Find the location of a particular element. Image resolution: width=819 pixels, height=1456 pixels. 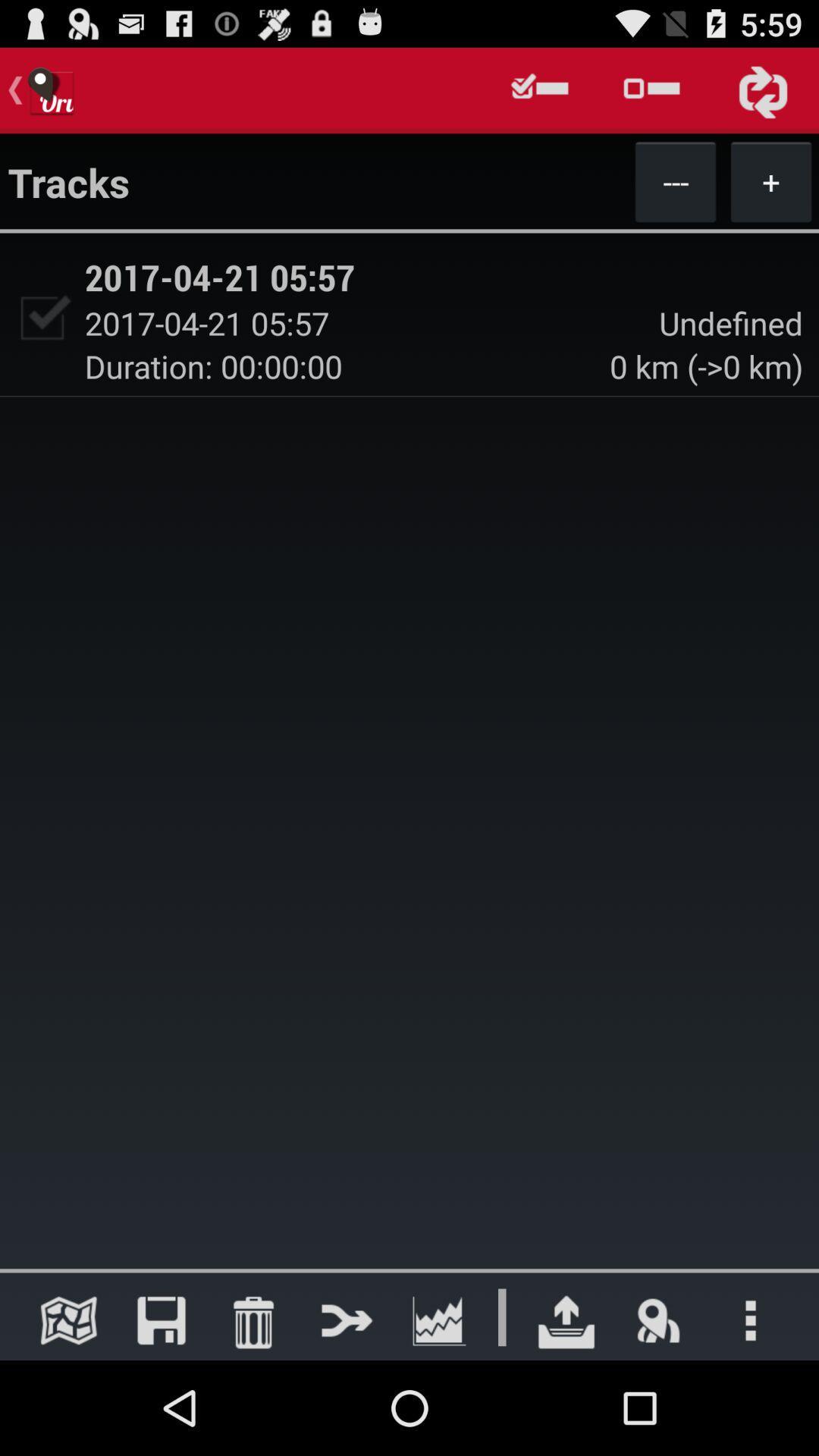

app next to tracks icon is located at coordinates (675, 181).